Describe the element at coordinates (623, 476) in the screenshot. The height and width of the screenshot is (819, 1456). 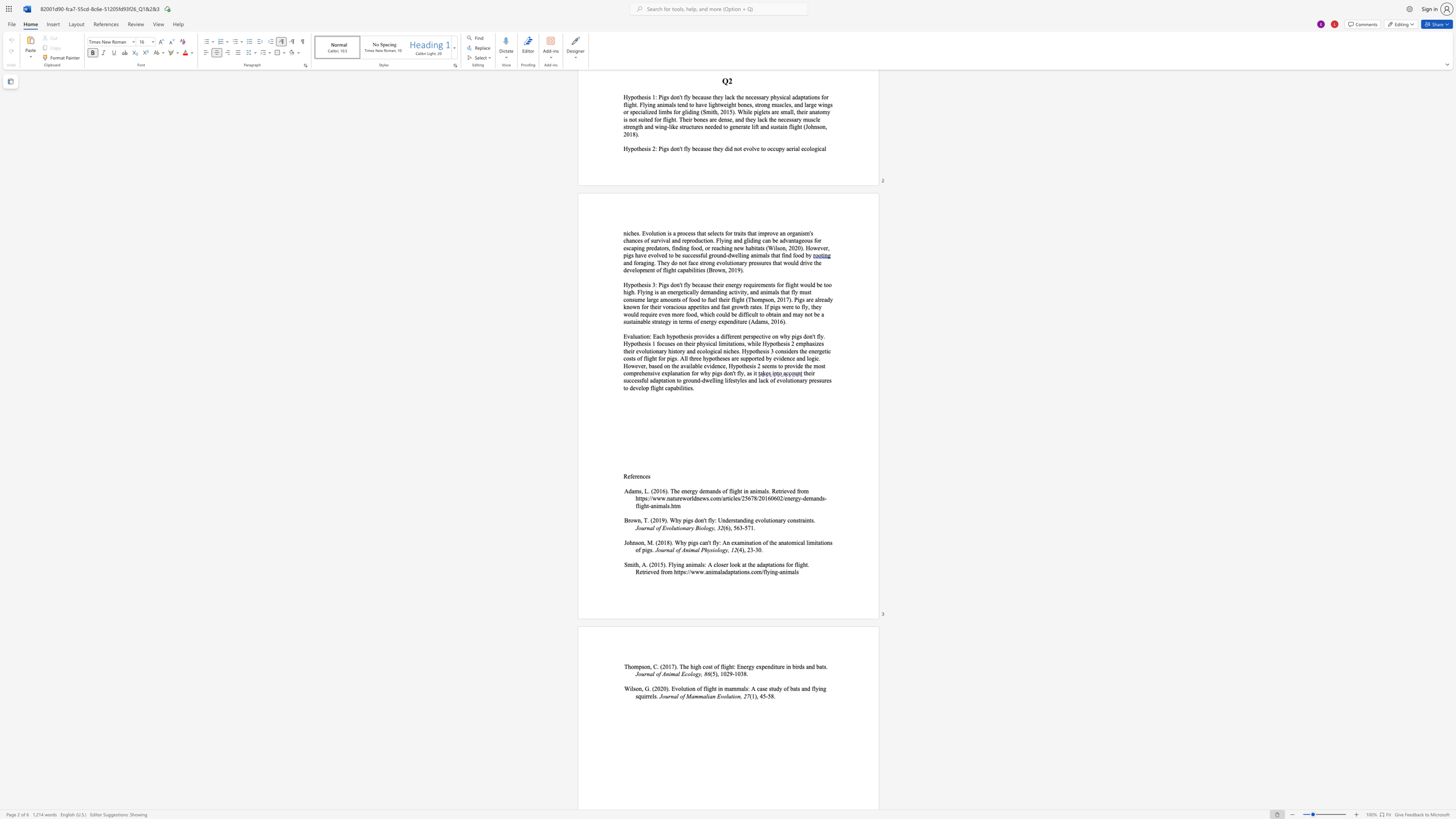
I see `the subset text "Reference" within the text "References"` at that location.